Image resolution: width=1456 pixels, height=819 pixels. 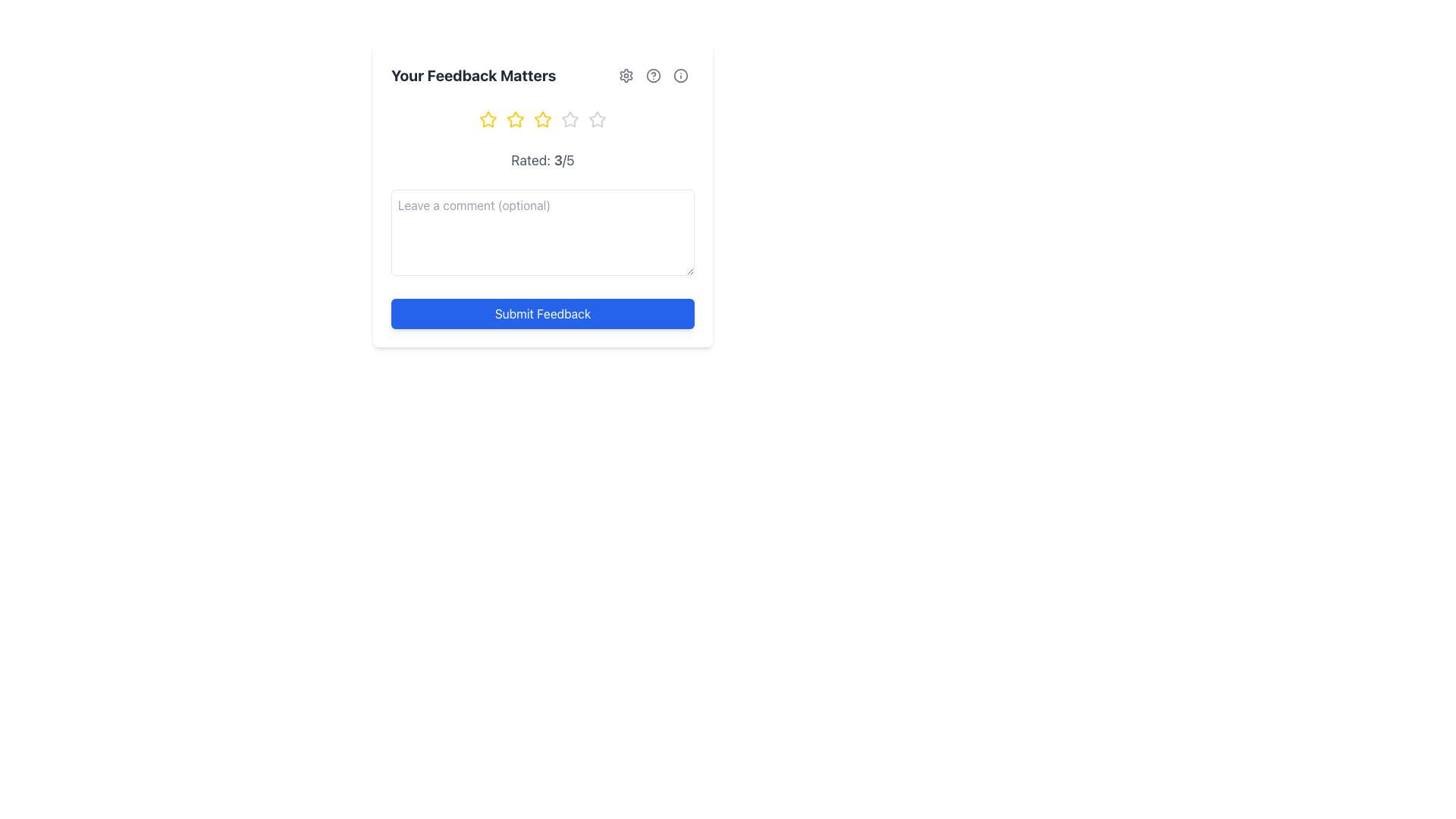 I want to click on the second yellow star icon in the horizontal arrangement, so click(x=516, y=119).